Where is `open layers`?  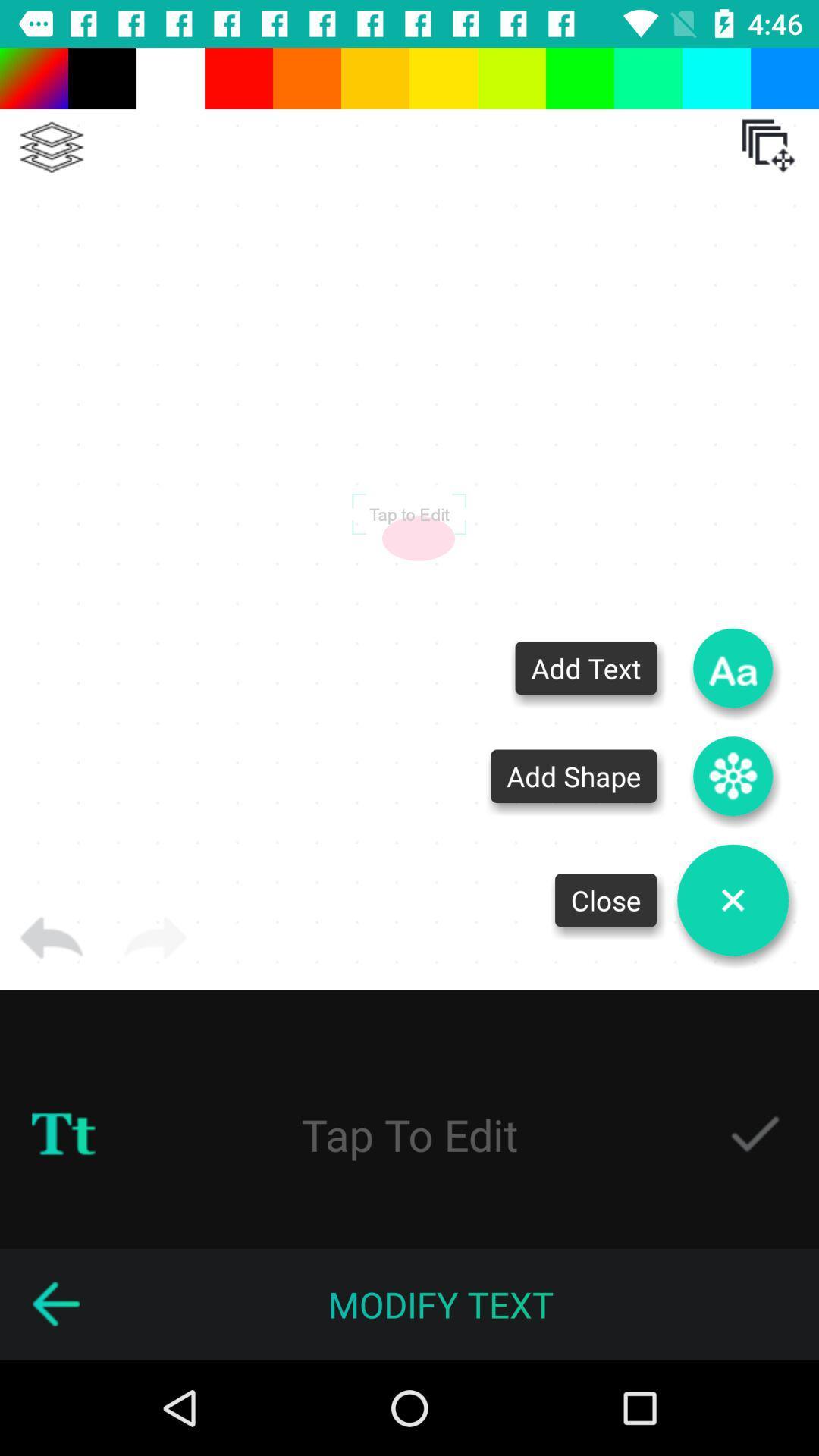
open layers is located at coordinates (768, 146).